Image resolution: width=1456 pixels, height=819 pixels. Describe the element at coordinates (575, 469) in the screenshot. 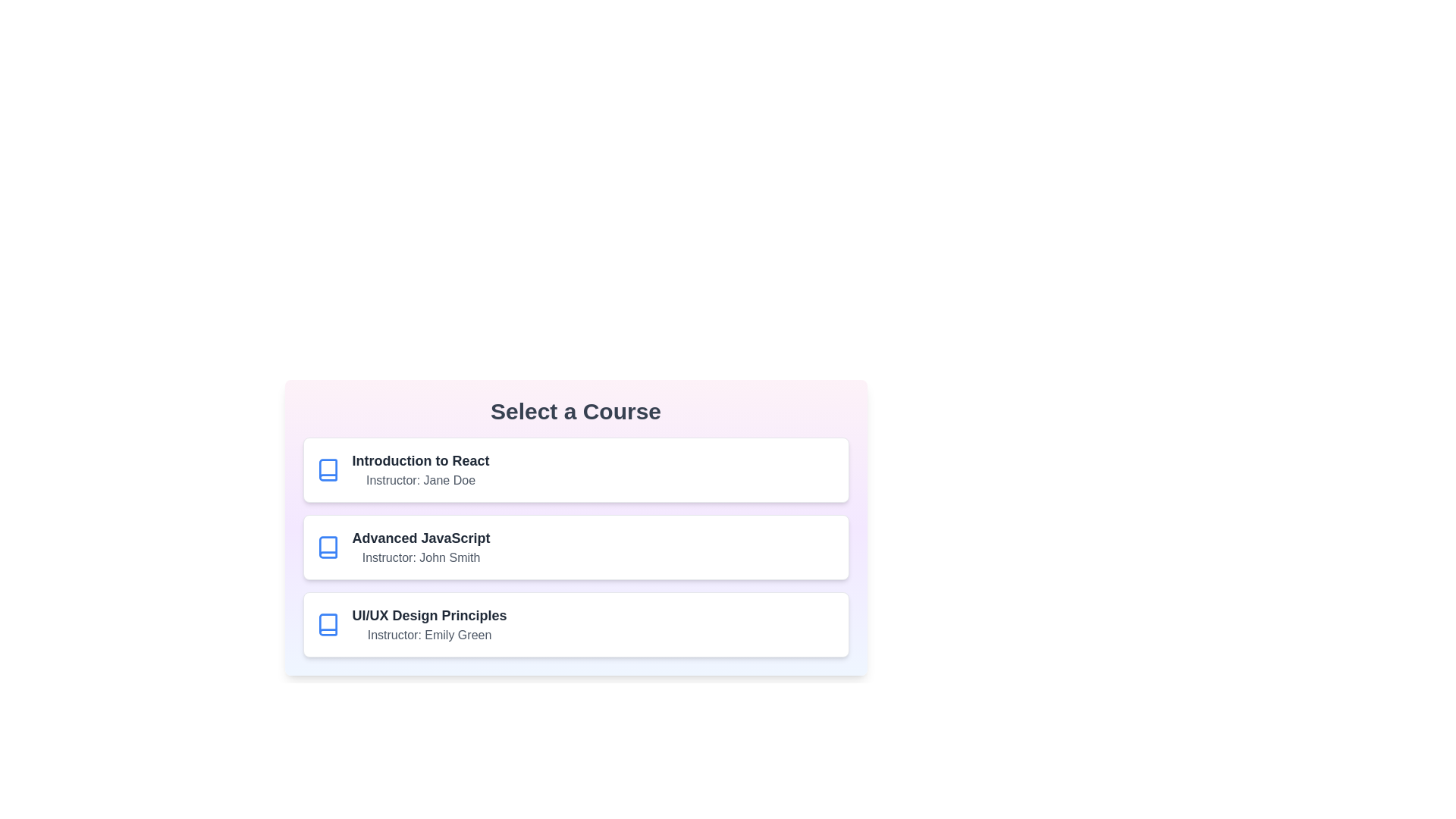

I see `the course Introduction to React` at that location.